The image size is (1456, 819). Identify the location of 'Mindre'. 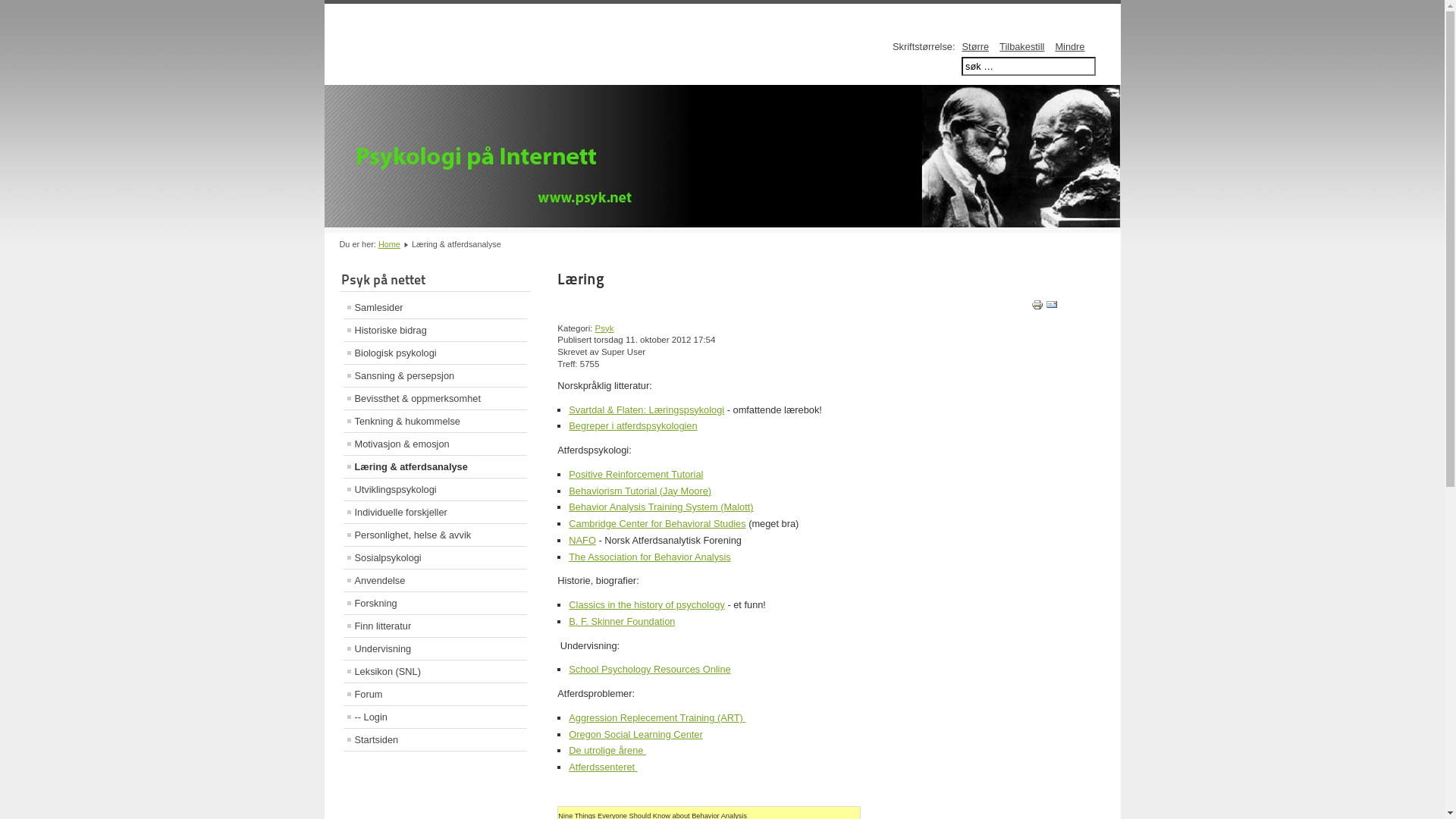
(1068, 45).